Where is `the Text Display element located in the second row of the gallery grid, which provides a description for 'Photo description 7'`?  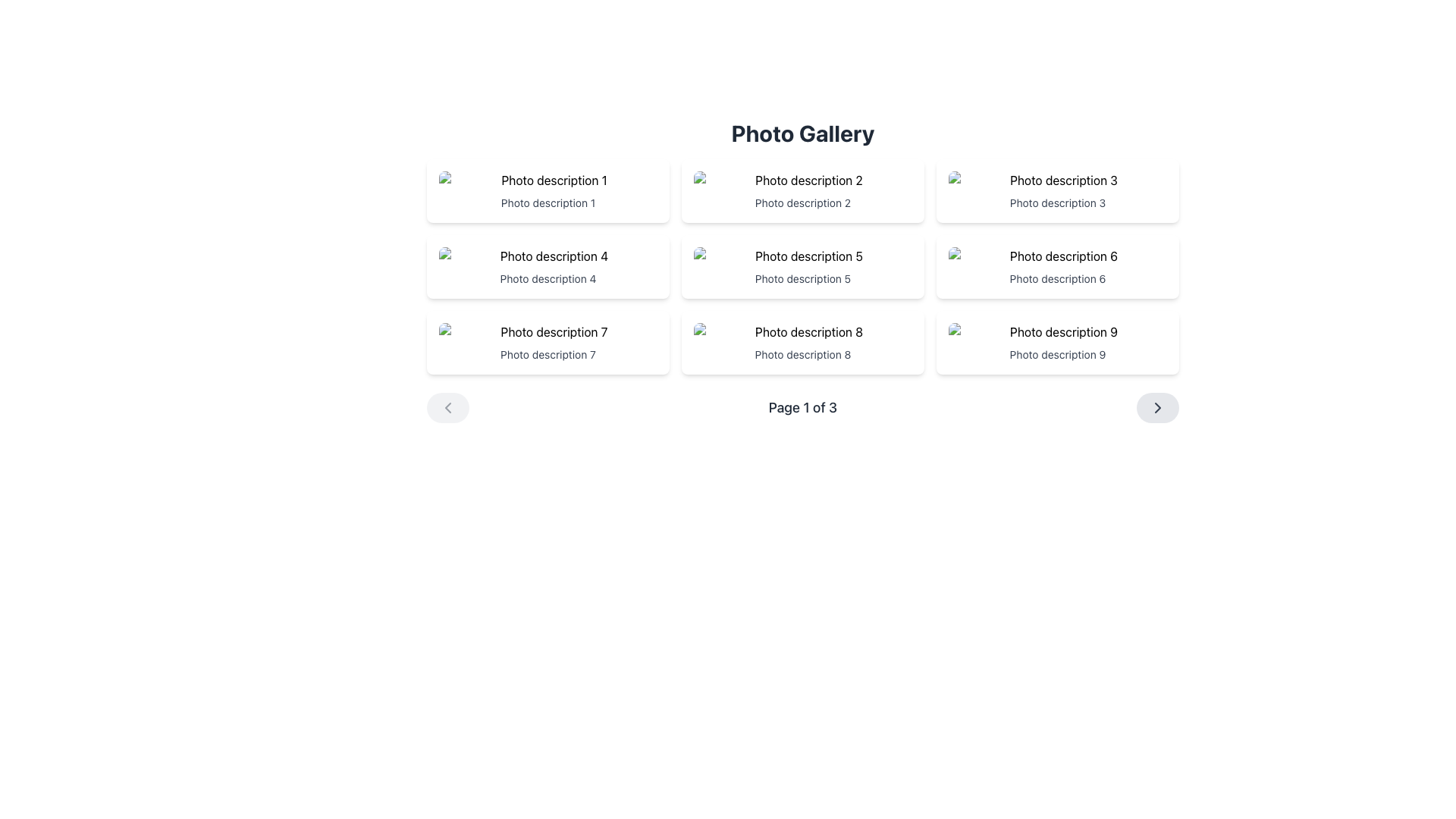 the Text Display element located in the second row of the gallery grid, which provides a description for 'Photo description 7' is located at coordinates (548, 354).